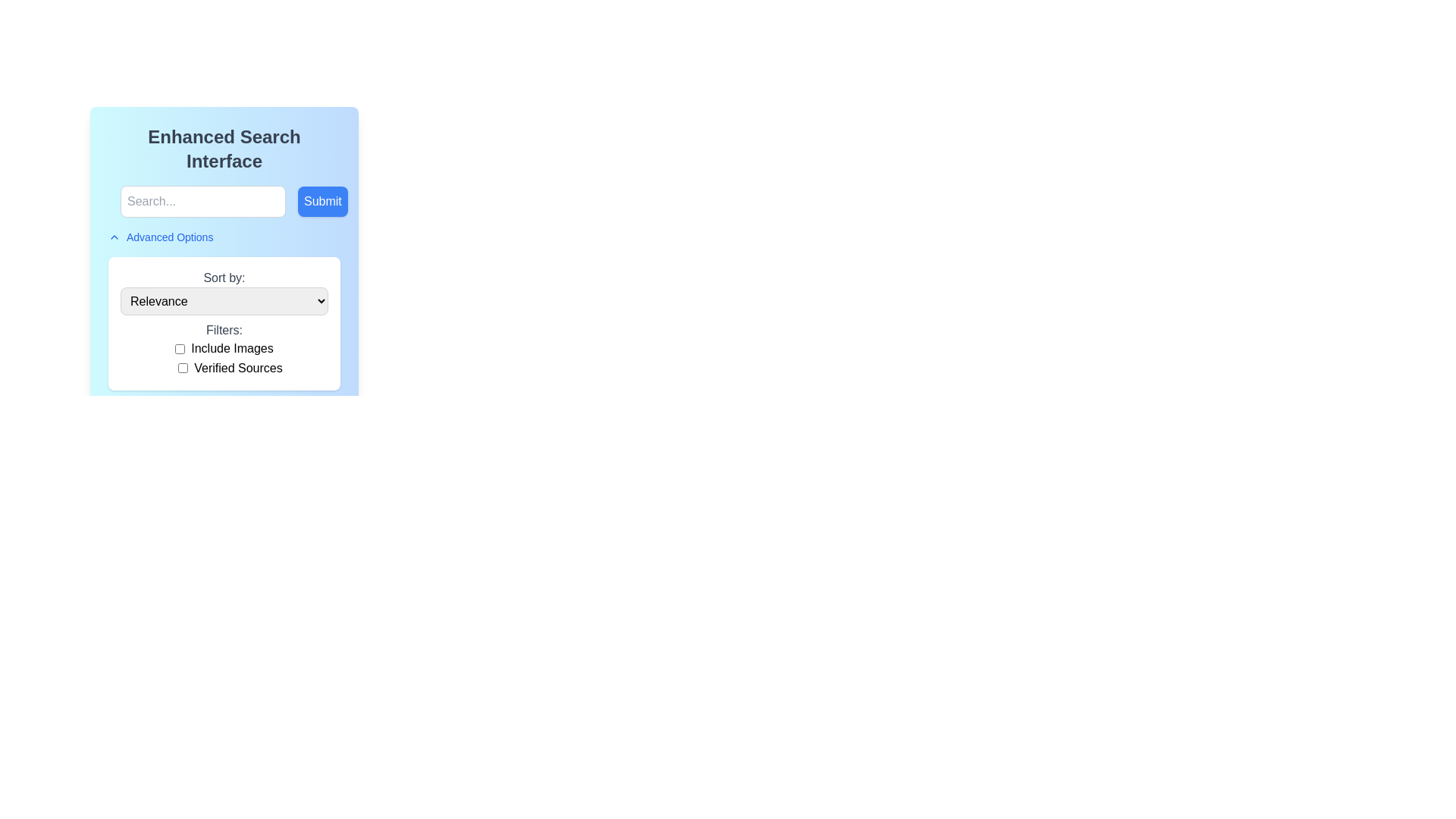  What do you see at coordinates (231, 348) in the screenshot?
I see `the text label that indicates the functionality of the adjacent checkbox for toggling the 'Include Images' filter, located in the 'Filters' section beneath the 'Sort by:' dropdown` at bounding box center [231, 348].